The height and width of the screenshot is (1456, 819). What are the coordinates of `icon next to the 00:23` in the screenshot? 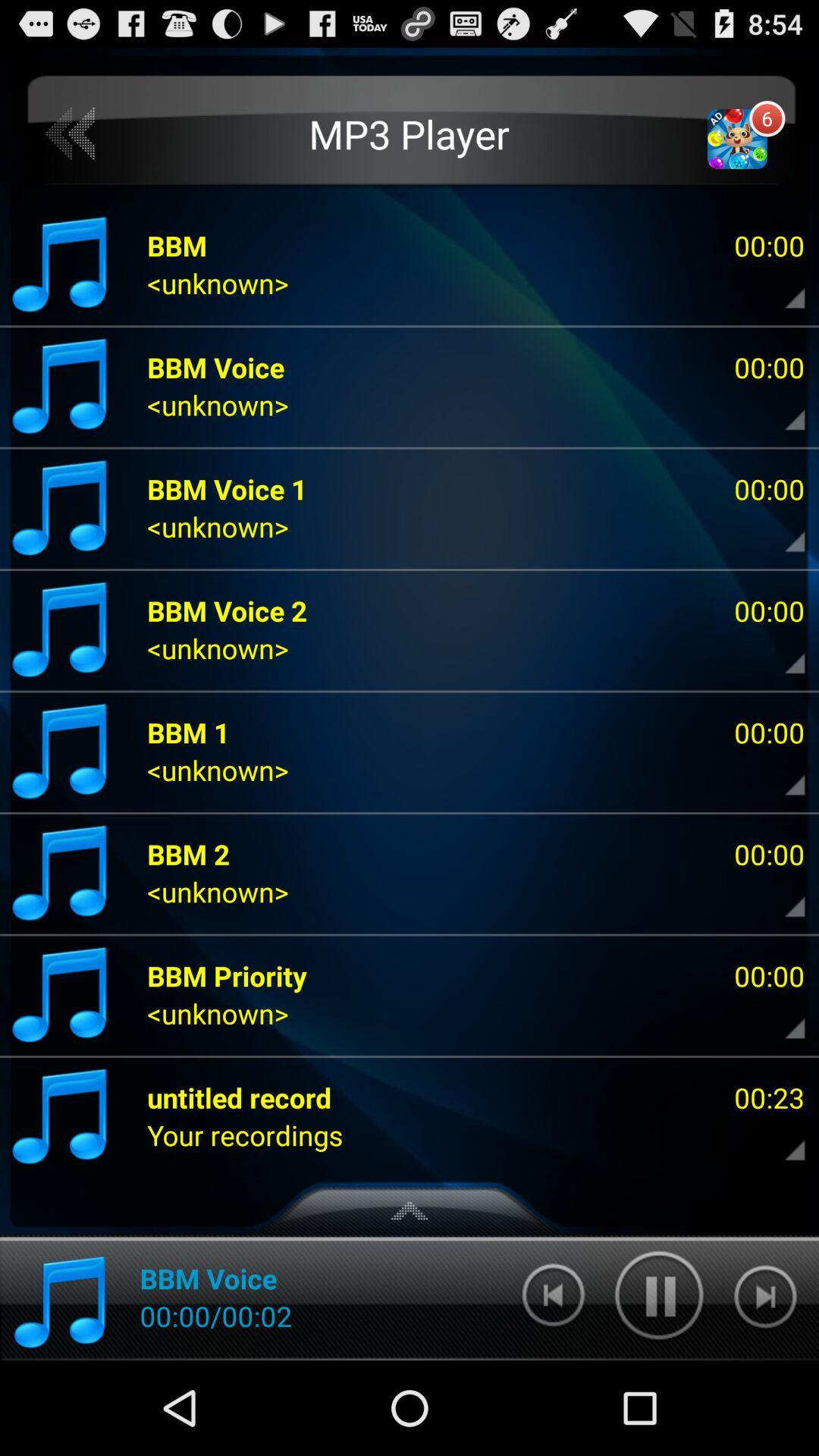 It's located at (244, 1135).